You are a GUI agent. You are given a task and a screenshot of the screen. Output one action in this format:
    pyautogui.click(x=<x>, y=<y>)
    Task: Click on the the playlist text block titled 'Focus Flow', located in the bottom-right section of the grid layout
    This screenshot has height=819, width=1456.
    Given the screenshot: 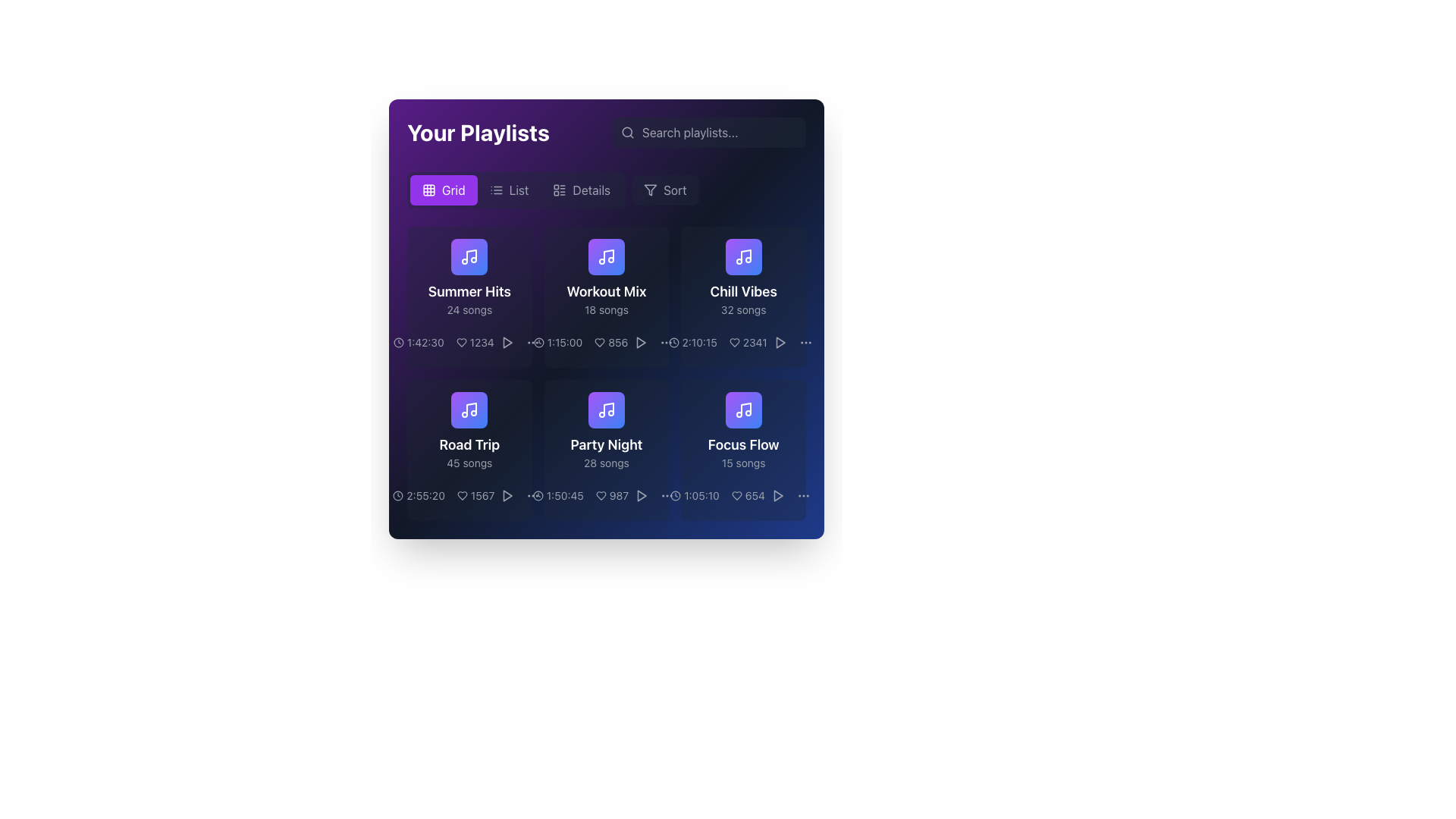 What is the action you would take?
    pyautogui.click(x=743, y=452)
    